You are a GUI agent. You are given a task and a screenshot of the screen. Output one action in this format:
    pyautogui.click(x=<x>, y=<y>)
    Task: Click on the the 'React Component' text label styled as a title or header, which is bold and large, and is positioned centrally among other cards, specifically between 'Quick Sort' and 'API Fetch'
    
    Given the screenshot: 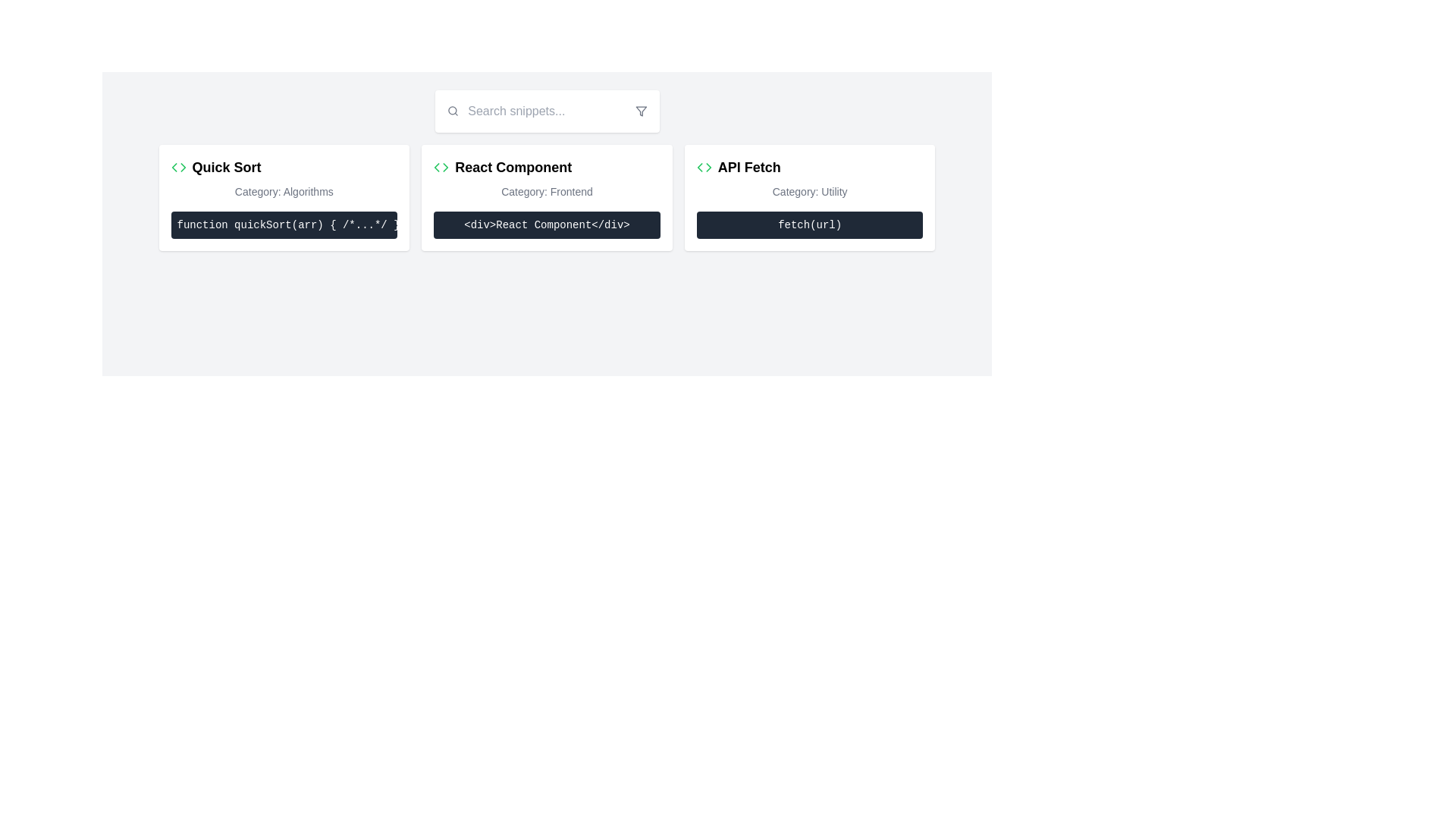 What is the action you would take?
    pyautogui.click(x=513, y=167)
    